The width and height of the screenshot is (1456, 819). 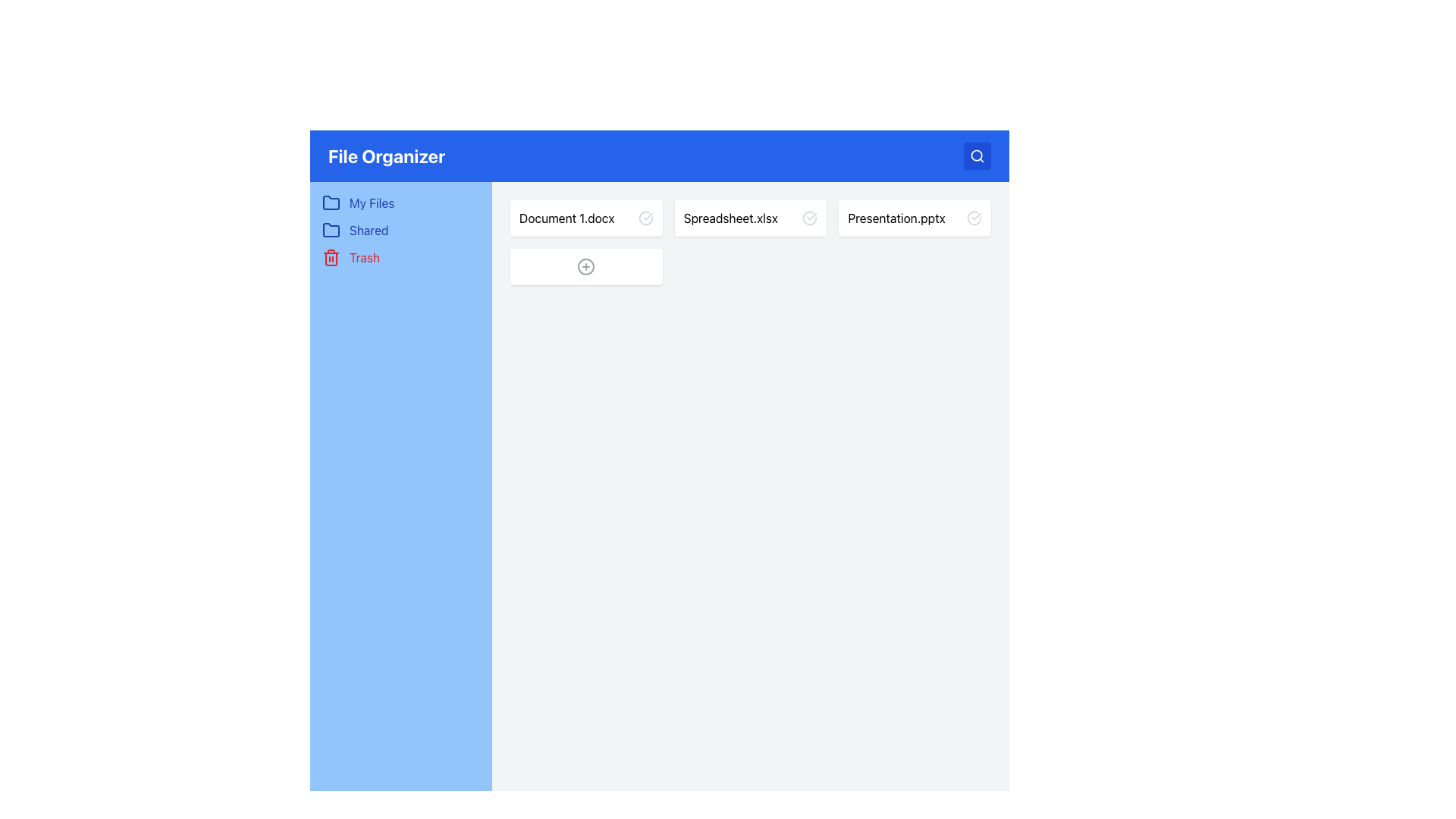 I want to click on the magnifying glass icon located in the top-right corner of the blue header bar, which indicates search functionality, so click(x=977, y=155).